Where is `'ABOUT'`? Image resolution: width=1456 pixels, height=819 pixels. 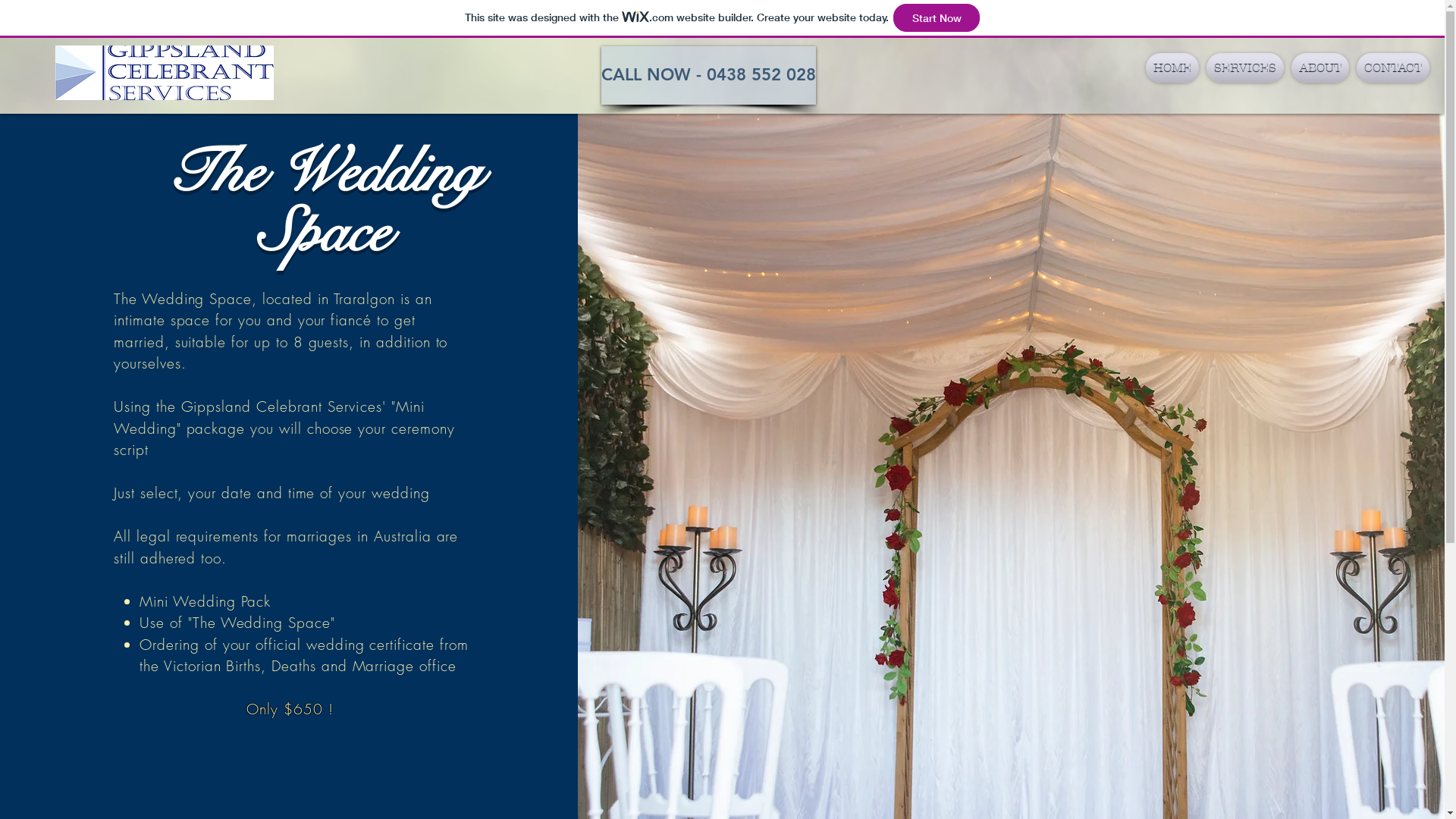 'ABOUT' is located at coordinates (1319, 67).